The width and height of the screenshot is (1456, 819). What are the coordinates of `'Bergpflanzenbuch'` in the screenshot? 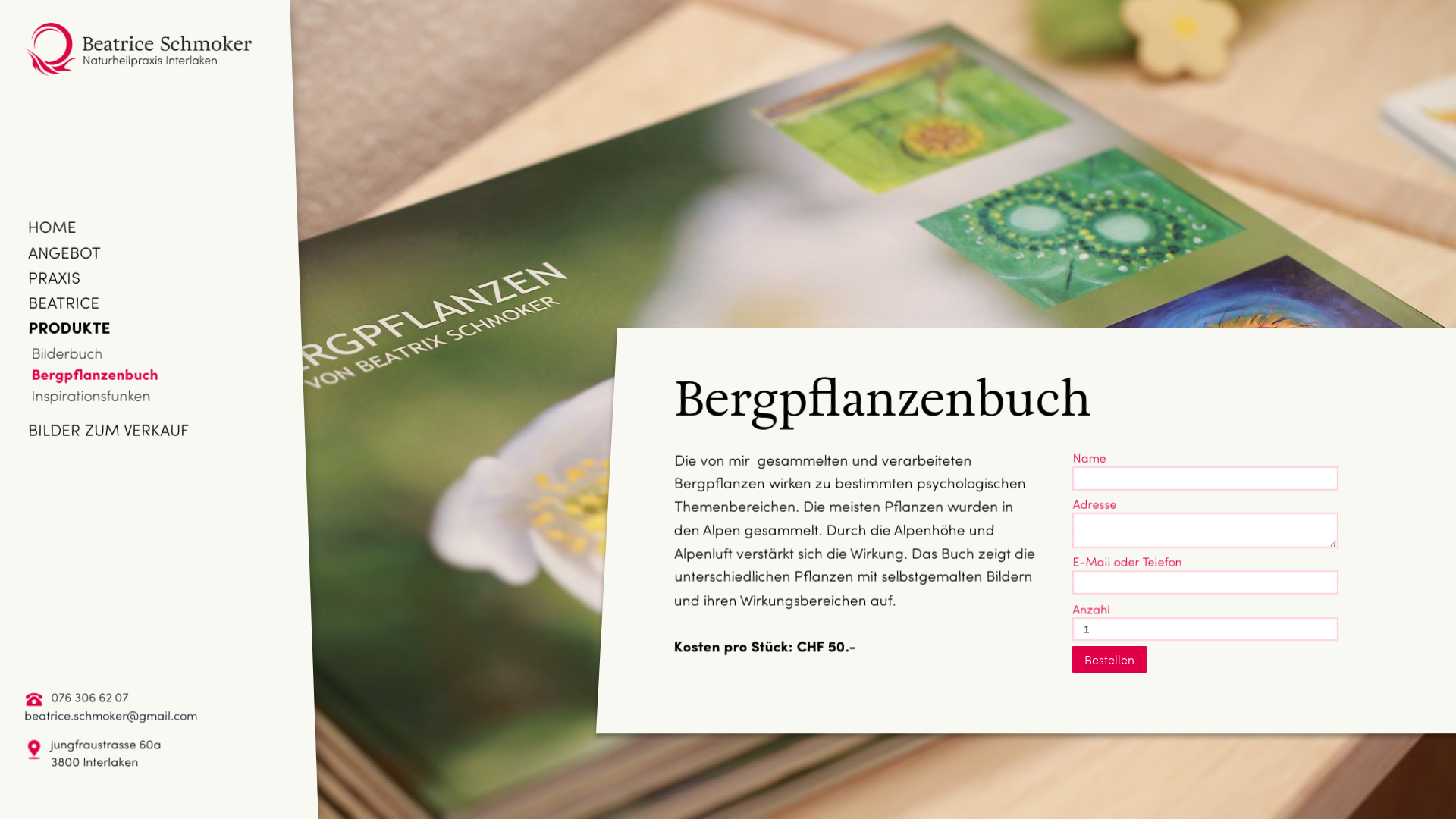 It's located at (94, 374).